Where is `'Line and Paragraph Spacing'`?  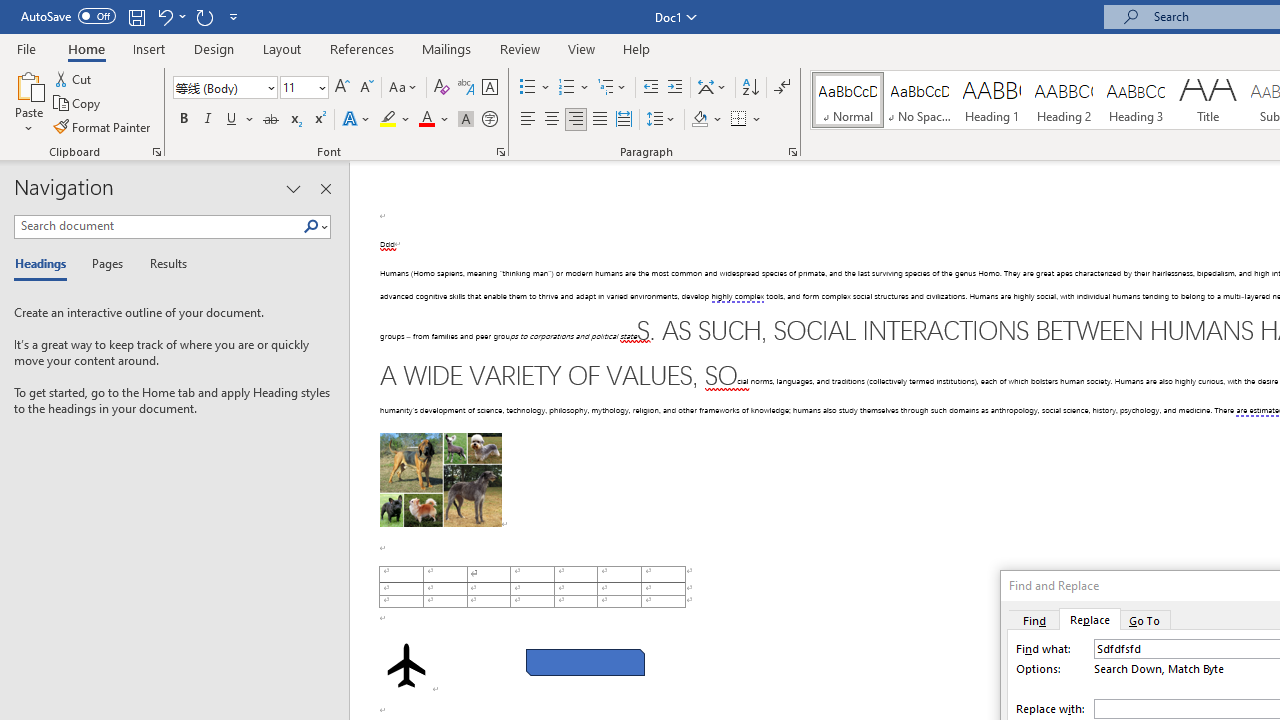 'Line and Paragraph Spacing' is located at coordinates (661, 119).